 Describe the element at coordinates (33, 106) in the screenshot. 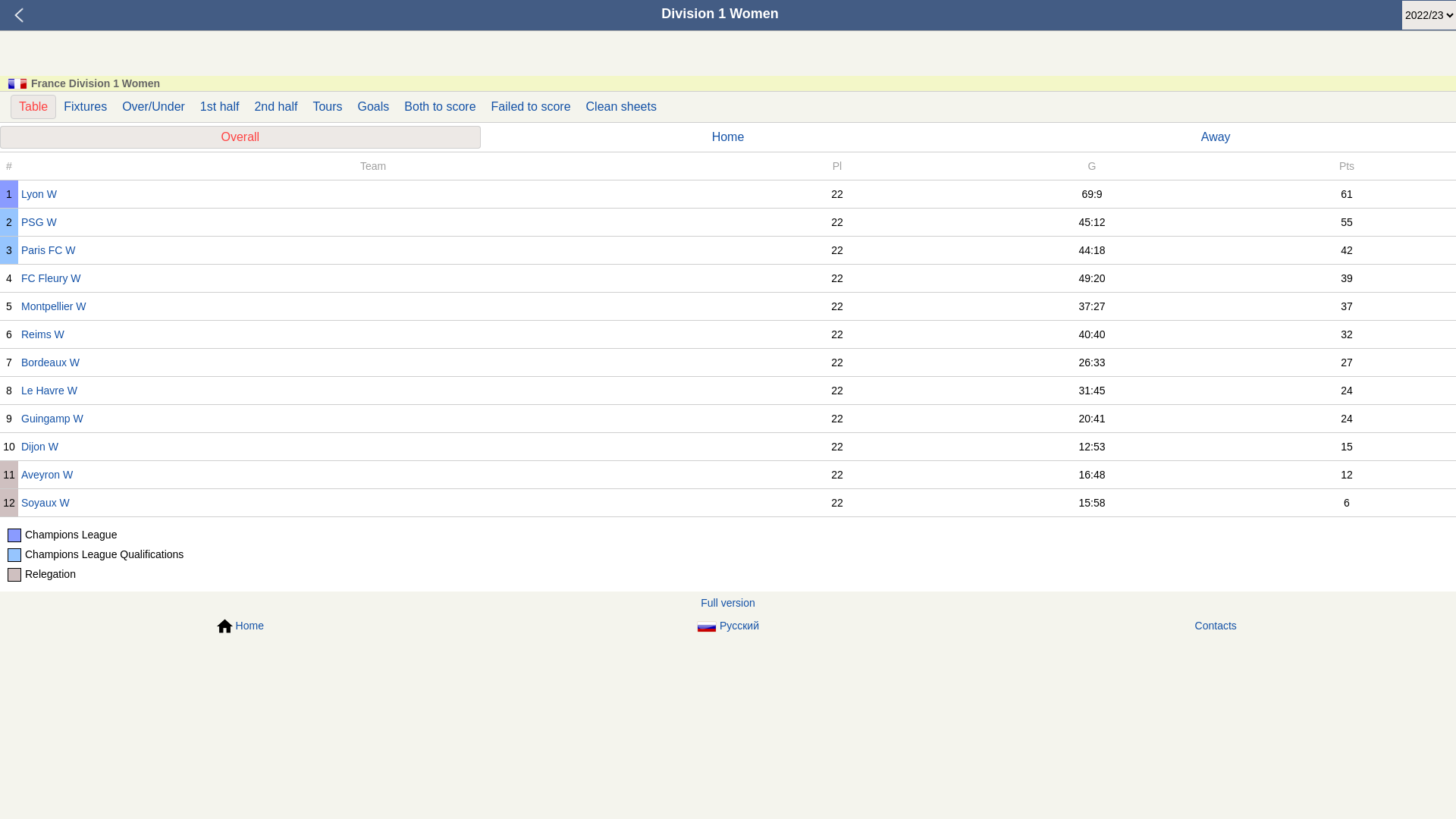

I see `'Table'` at that location.